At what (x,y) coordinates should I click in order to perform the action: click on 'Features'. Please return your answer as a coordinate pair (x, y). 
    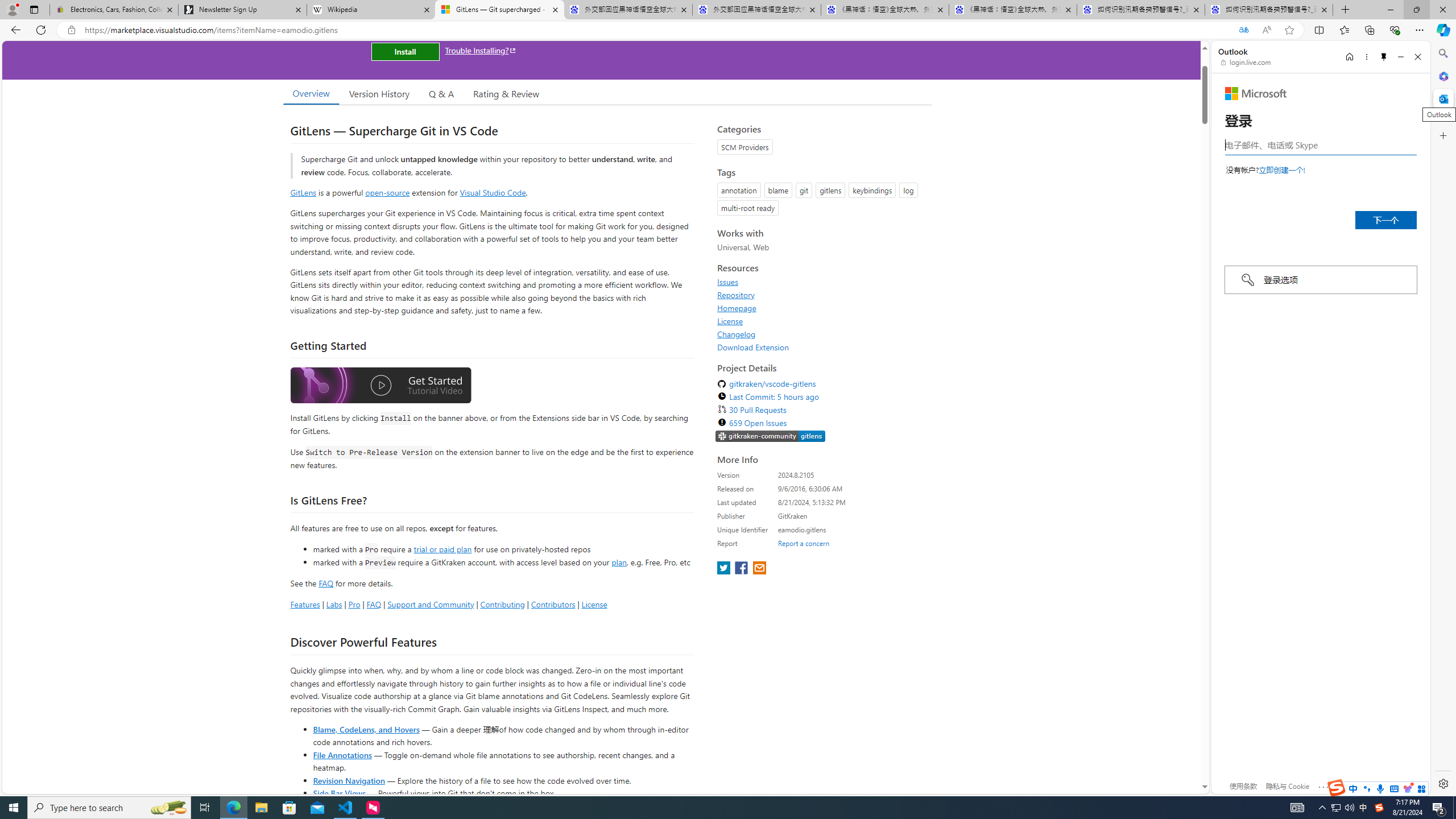
    Looking at the image, I should click on (304, 603).